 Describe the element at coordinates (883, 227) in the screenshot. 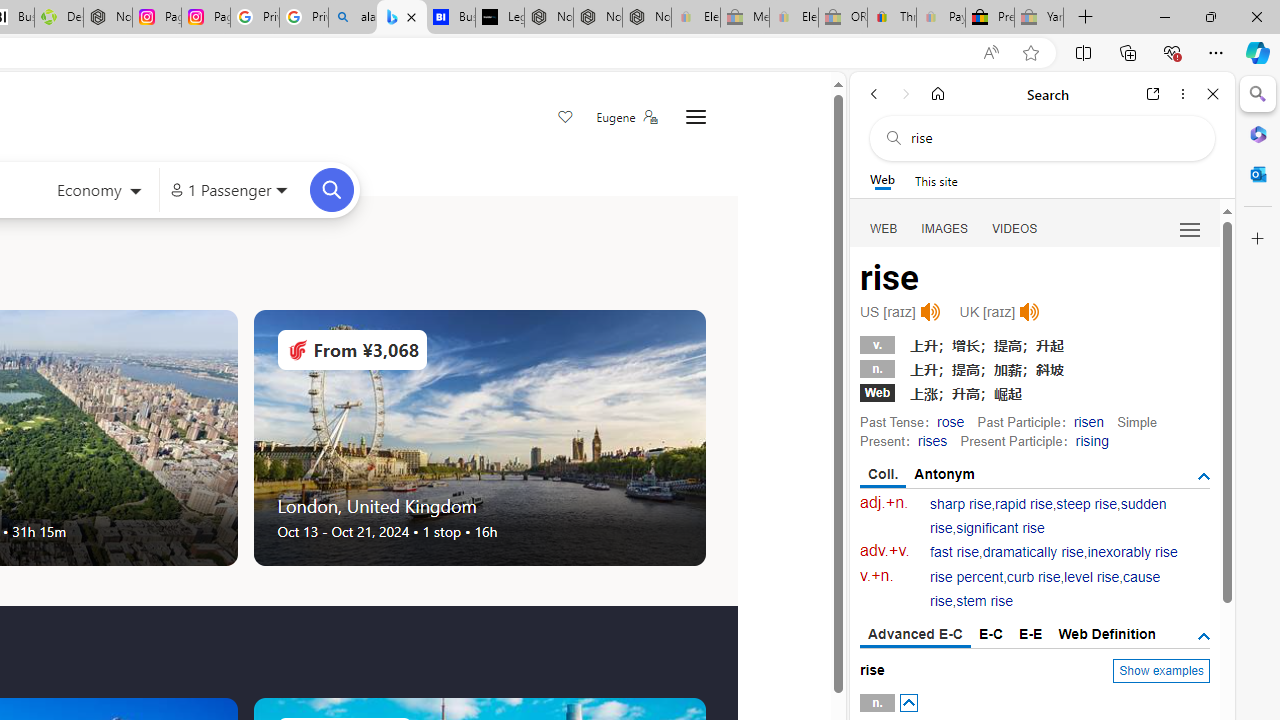

I see `'WEB'` at that location.